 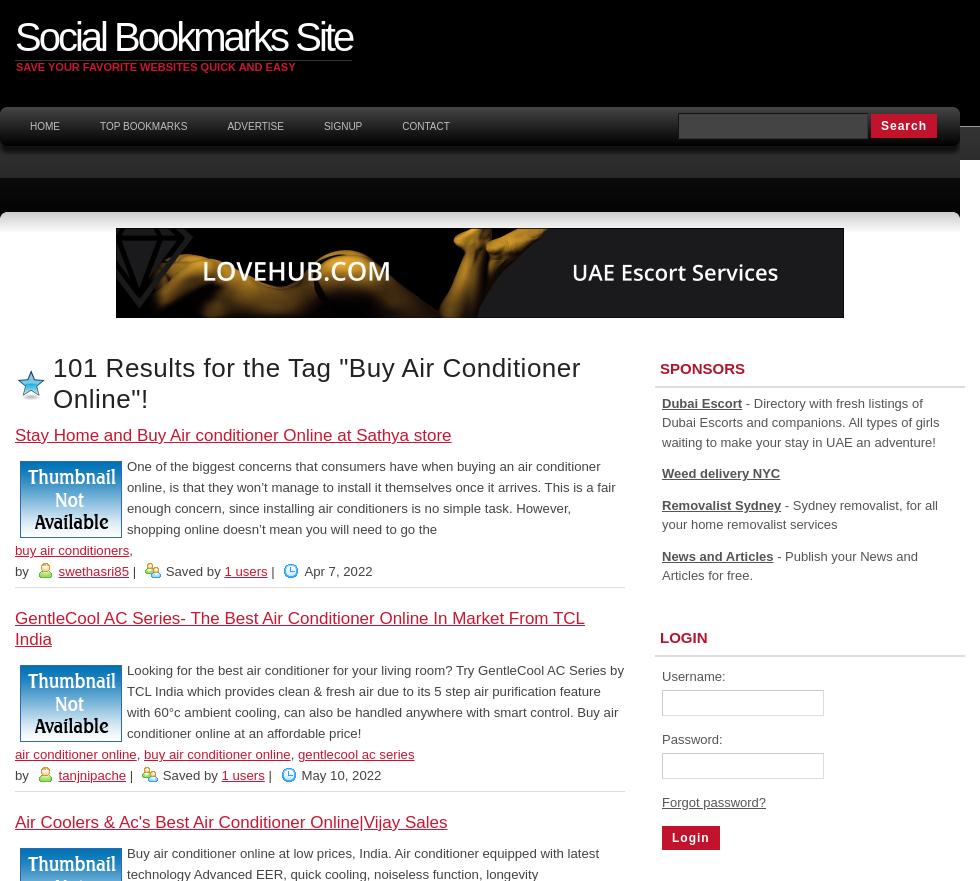 I want to click on 'Username:', so click(x=693, y=675).